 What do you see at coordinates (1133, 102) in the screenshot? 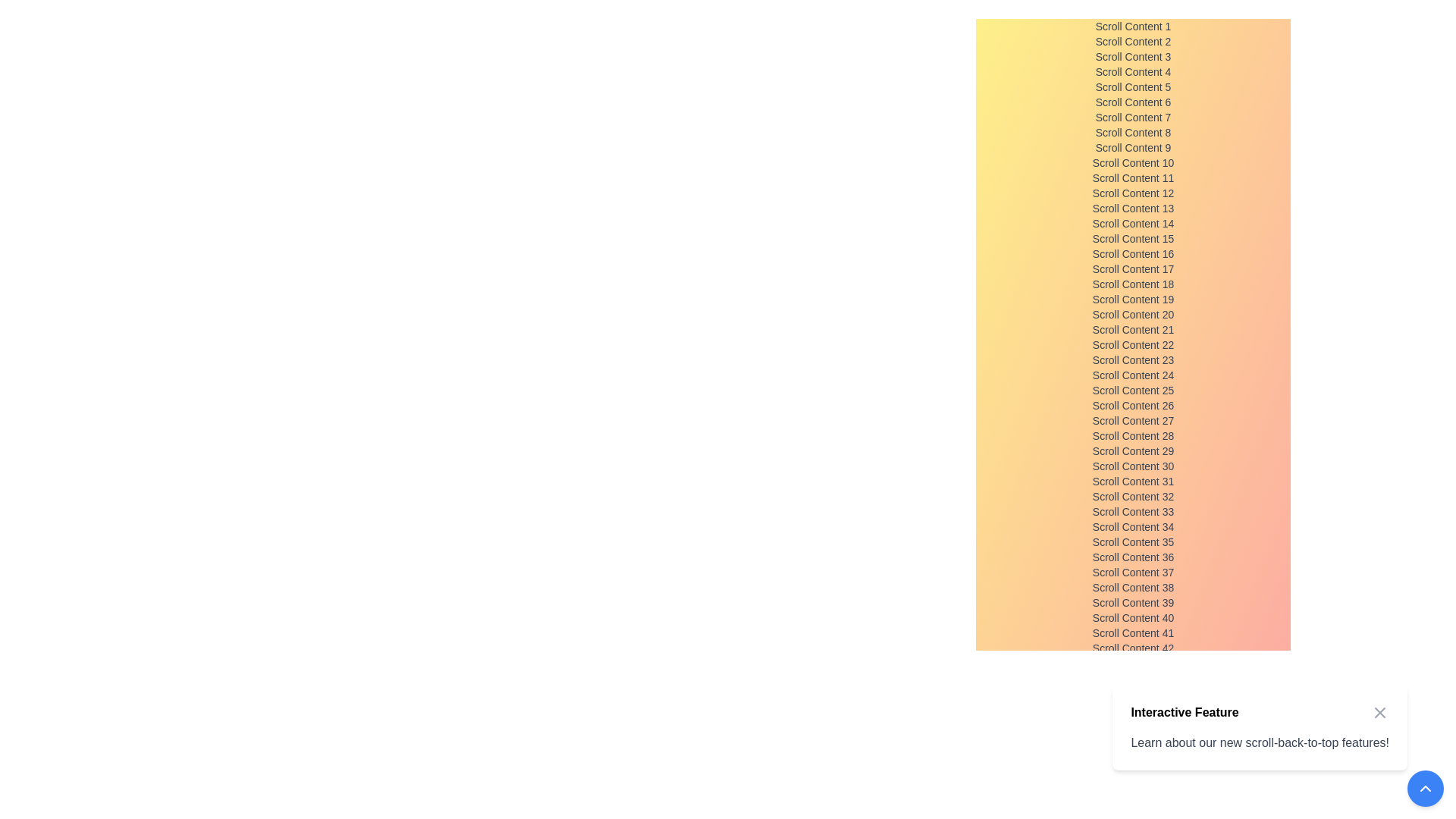
I see `the static text element displaying 'Scroll Content 6', which is the sixth item in a vertically scrolling list of similar styled text elements` at bounding box center [1133, 102].